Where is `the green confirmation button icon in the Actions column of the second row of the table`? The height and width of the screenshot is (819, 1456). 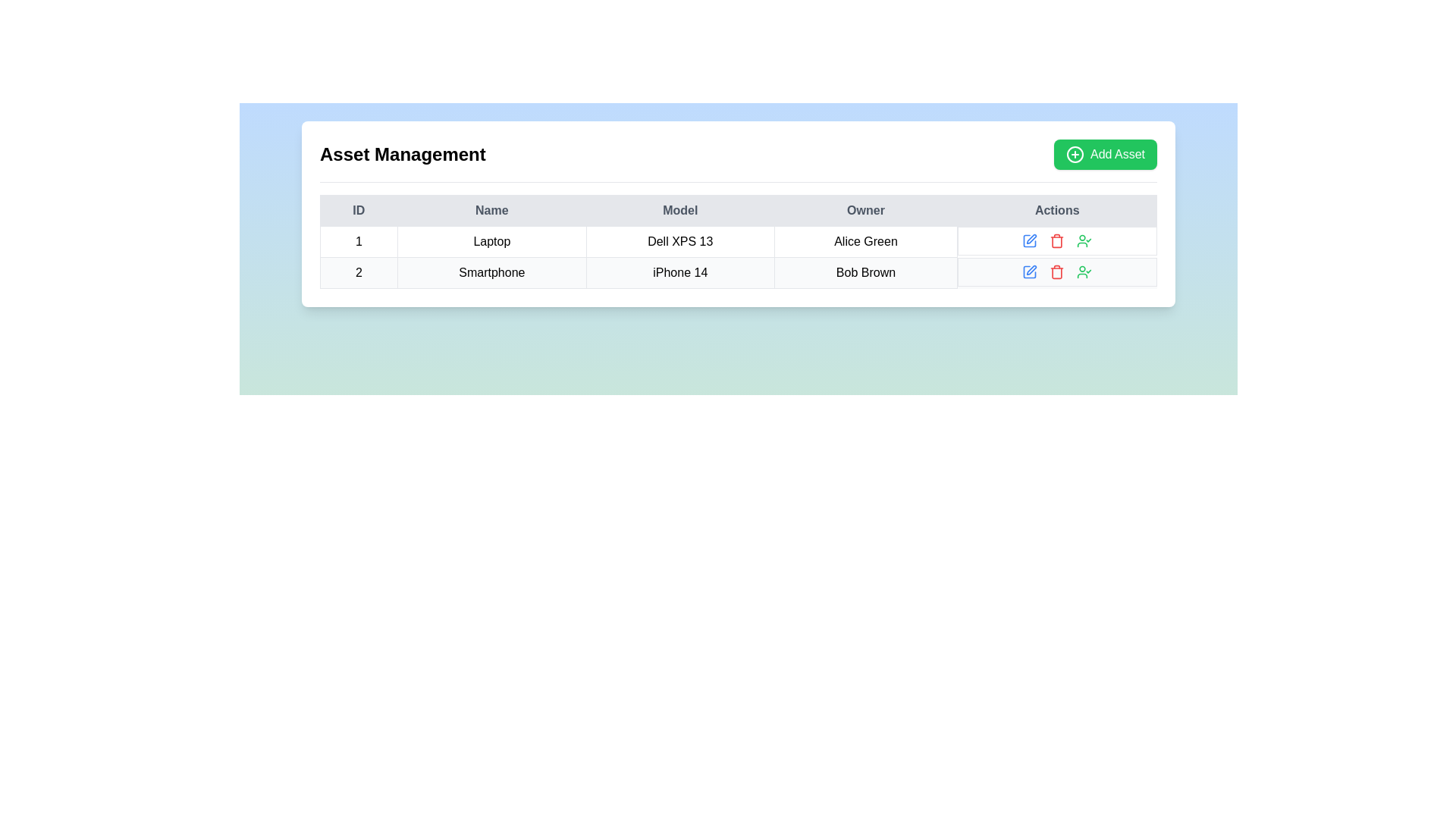 the green confirmation button icon in the Actions column of the second row of the table is located at coordinates (1084, 271).